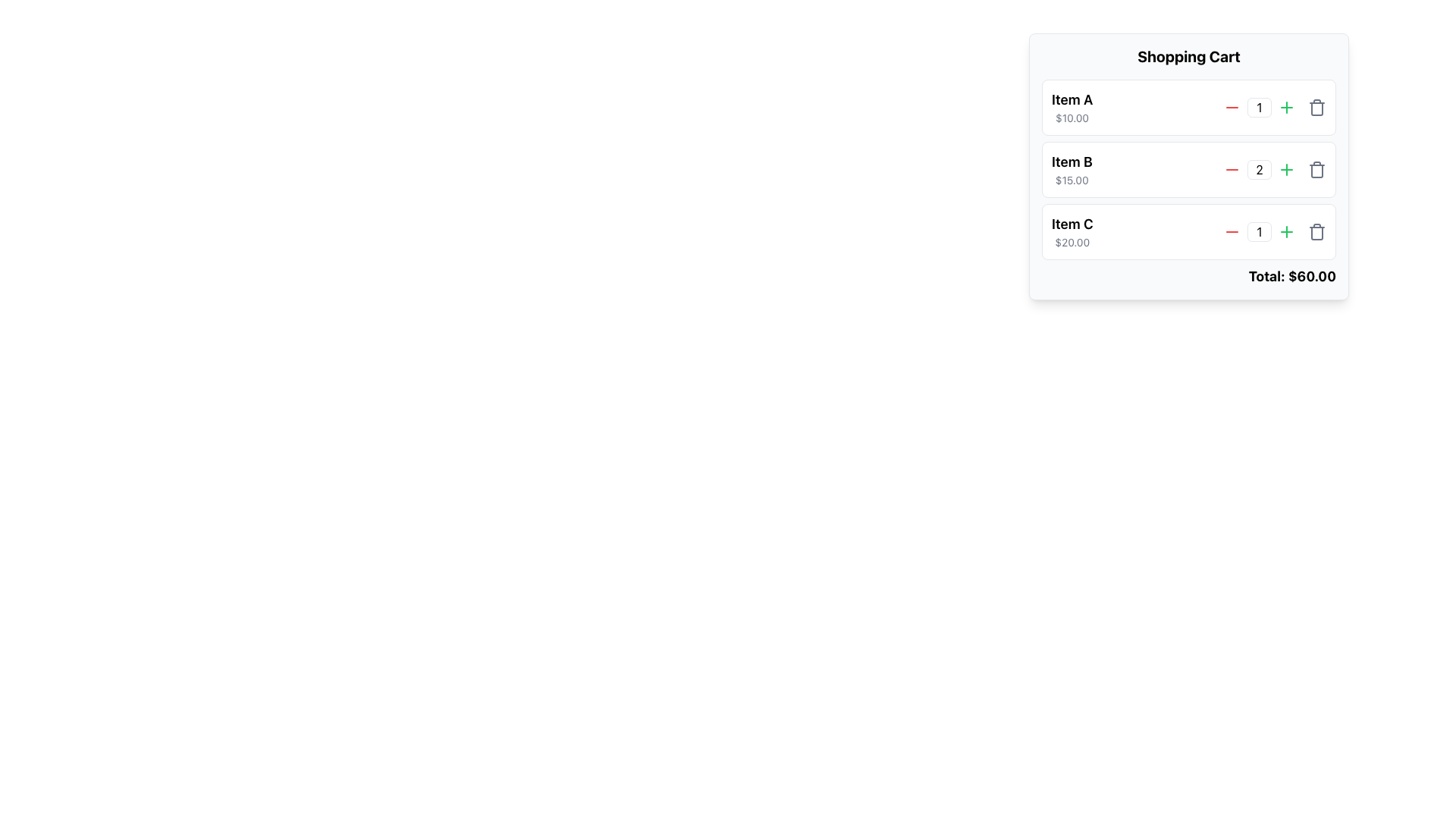 The image size is (1456, 819). What do you see at coordinates (1259, 107) in the screenshot?
I see `the text input box in the shopping cart to focus on it for editing the item quantity` at bounding box center [1259, 107].